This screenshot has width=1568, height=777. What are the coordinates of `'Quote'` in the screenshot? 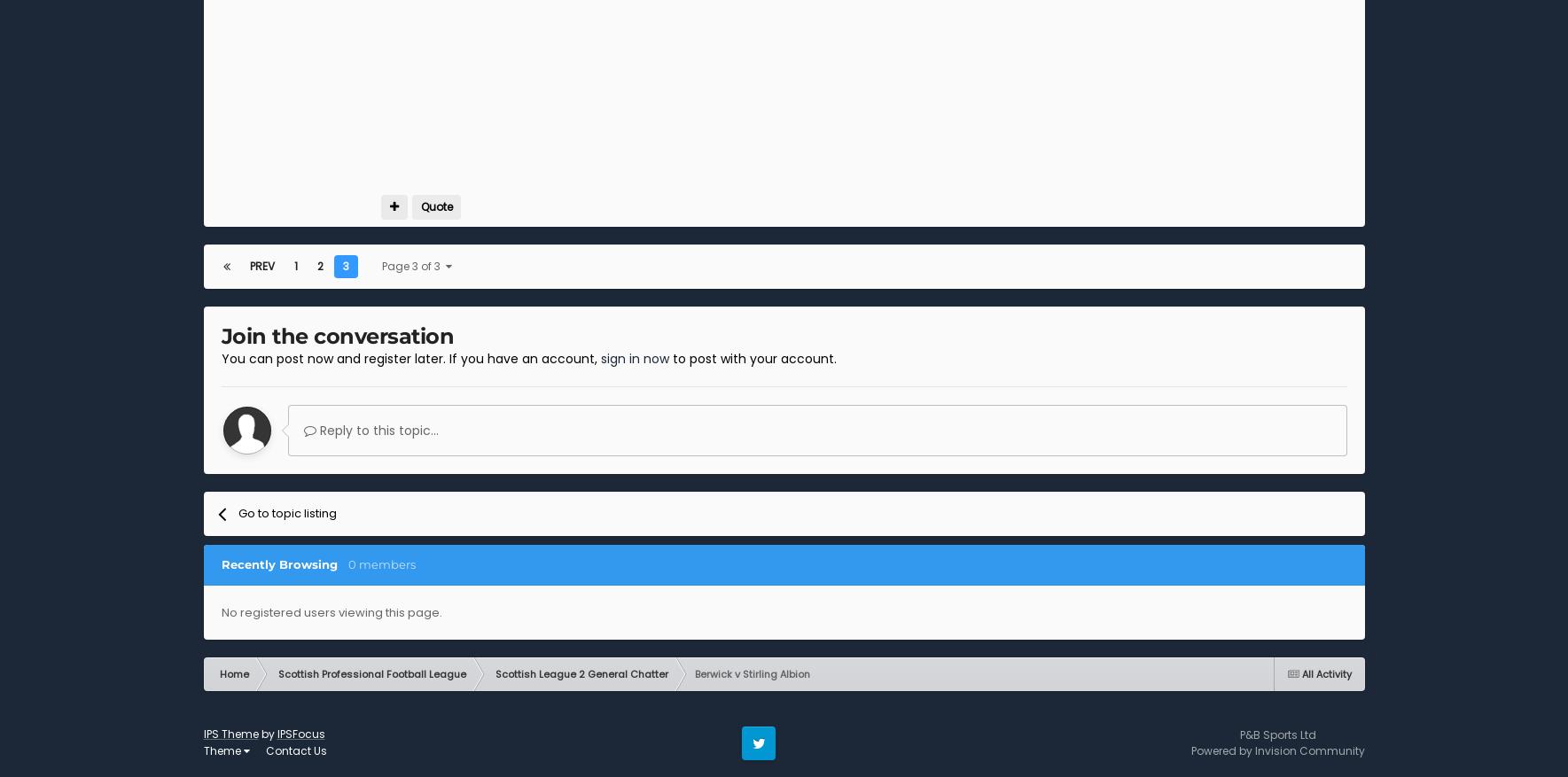 It's located at (434, 206).